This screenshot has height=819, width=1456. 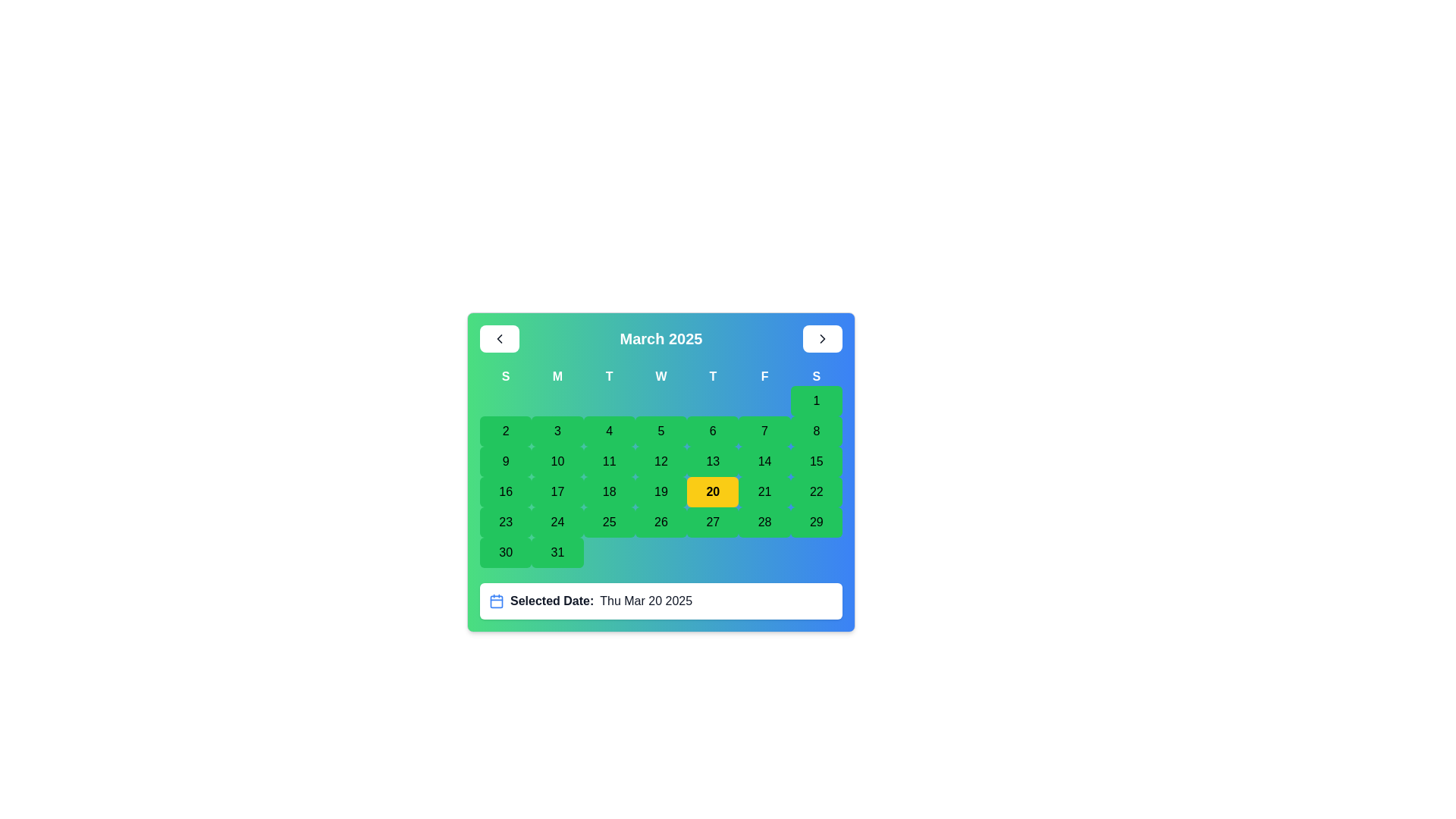 I want to click on the chevron left icon located in the top-left corner of the calendar header section for tooltip or visual feedback, so click(x=499, y=338).